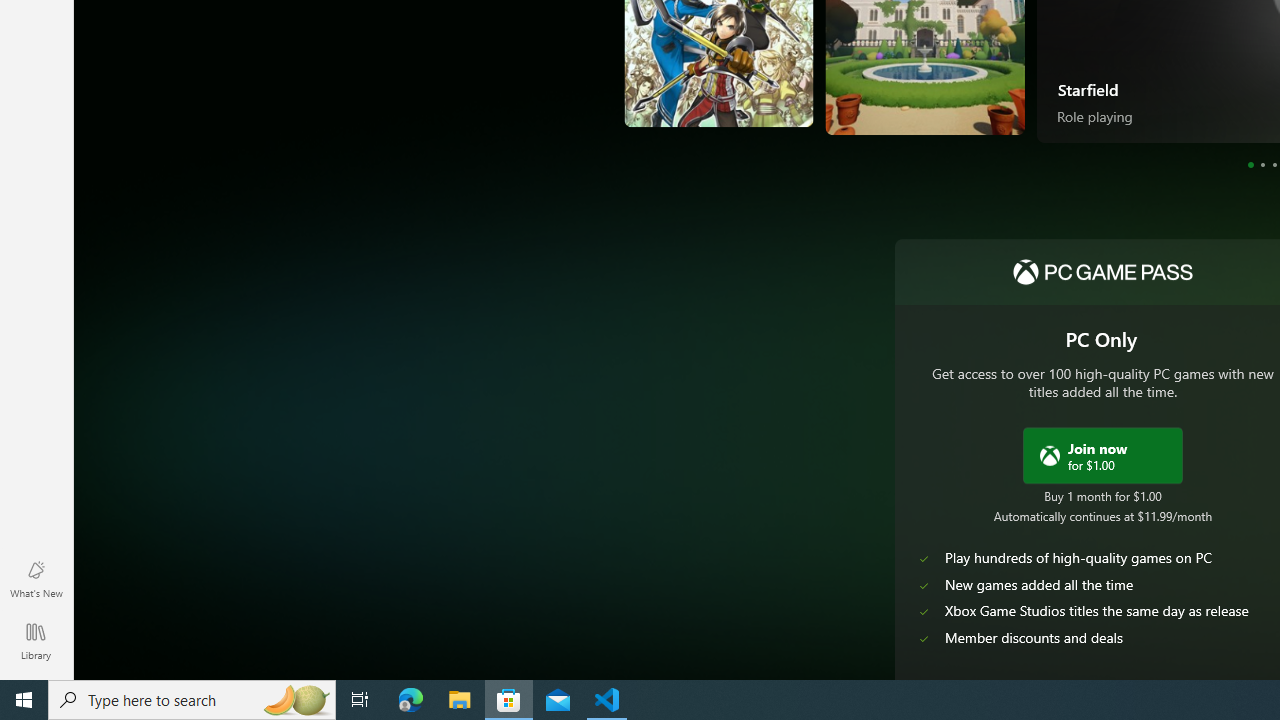  What do you see at coordinates (1261, 163) in the screenshot?
I see `'Page 2'` at bounding box center [1261, 163].